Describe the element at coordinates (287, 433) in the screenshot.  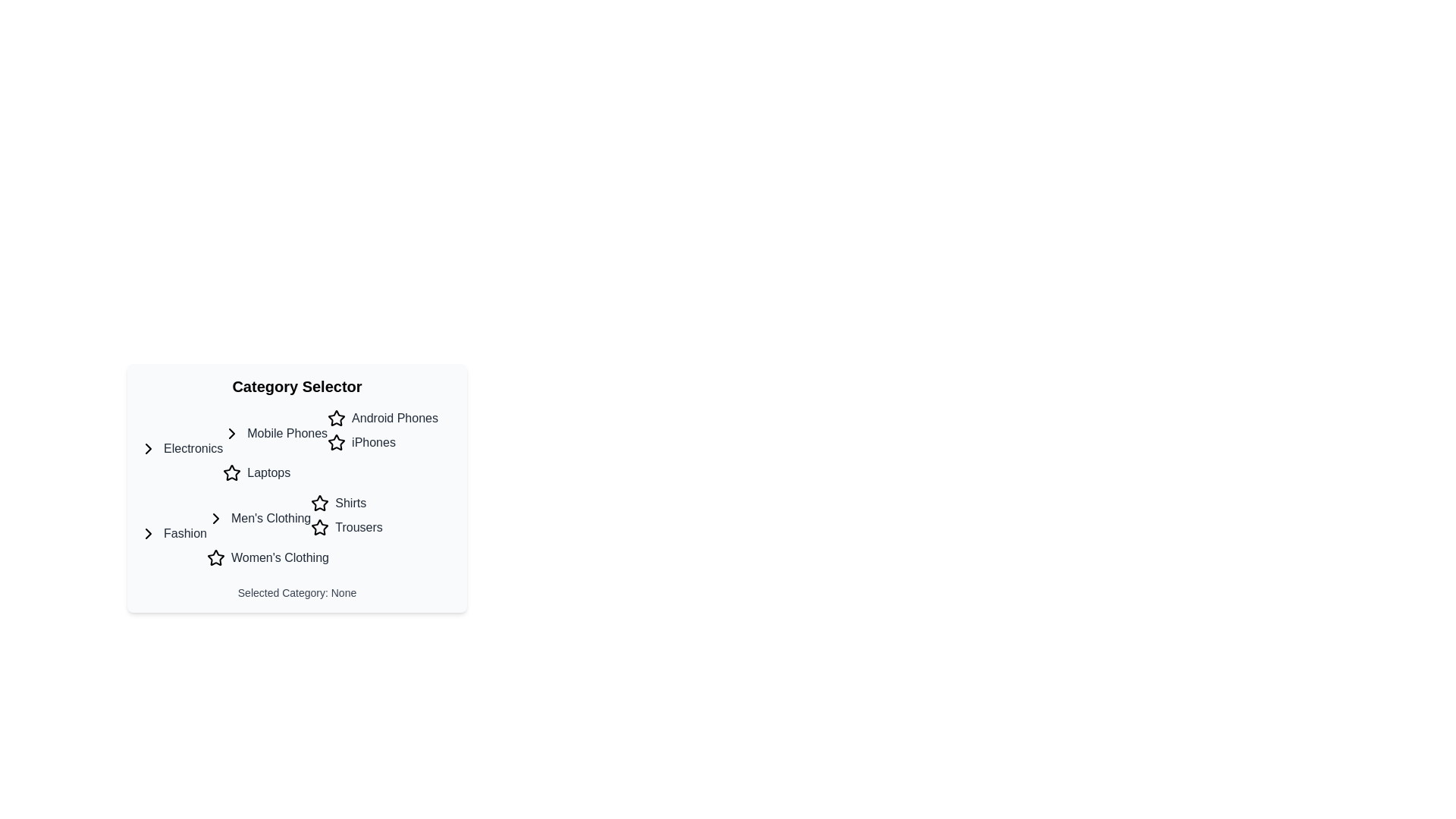
I see `the interactive text link for 'Mobile Phones', which is positioned under the 'Category Selector' heading` at that location.